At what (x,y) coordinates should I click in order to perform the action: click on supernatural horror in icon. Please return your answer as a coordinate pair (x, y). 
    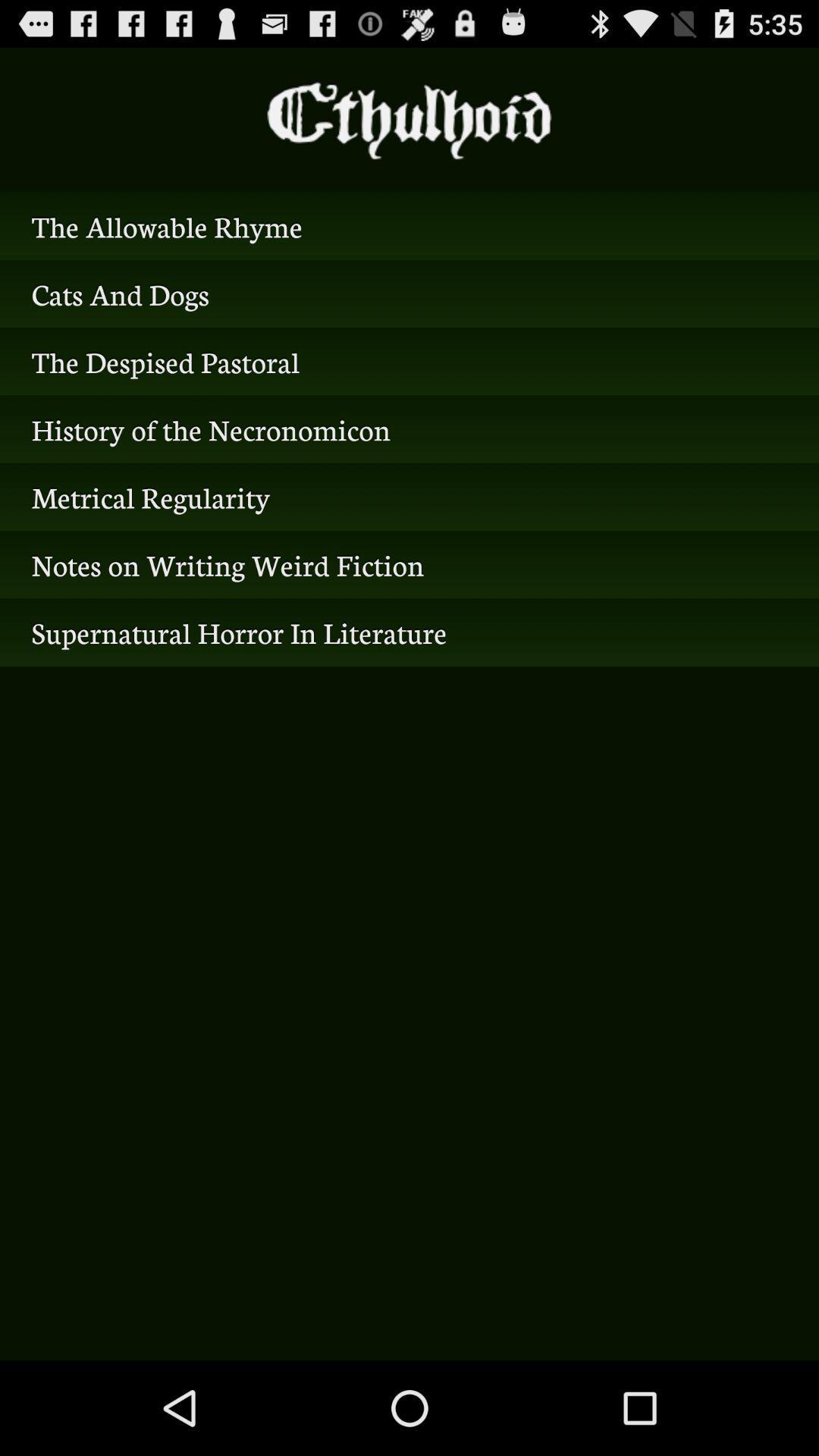
    Looking at the image, I should click on (409, 632).